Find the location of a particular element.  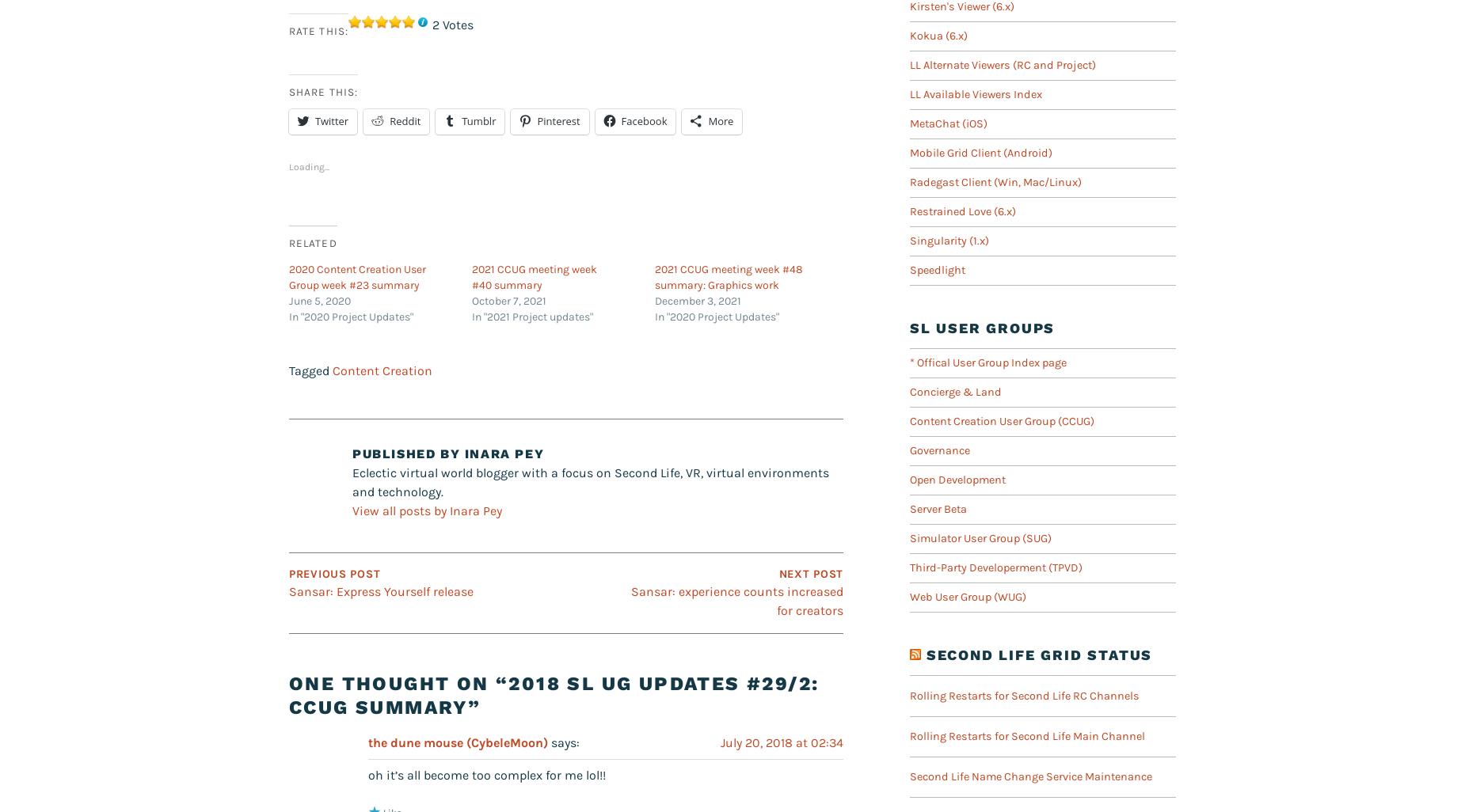

'Speedlight' is located at coordinates (937, 270).